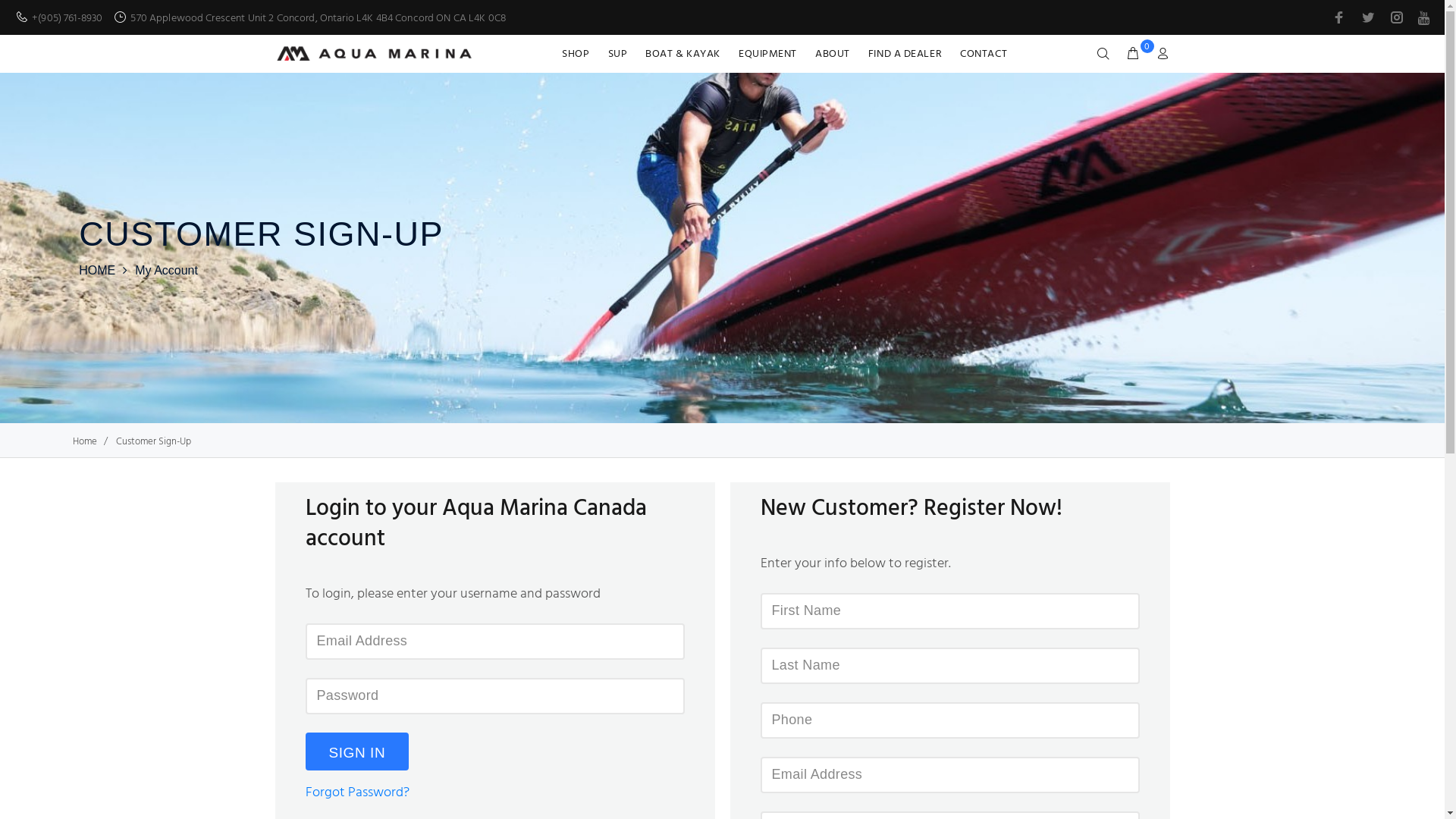 The width and height of the screenshot is (1456, 819). I want to click on 'FIND A DEALER', so click(905, 52).